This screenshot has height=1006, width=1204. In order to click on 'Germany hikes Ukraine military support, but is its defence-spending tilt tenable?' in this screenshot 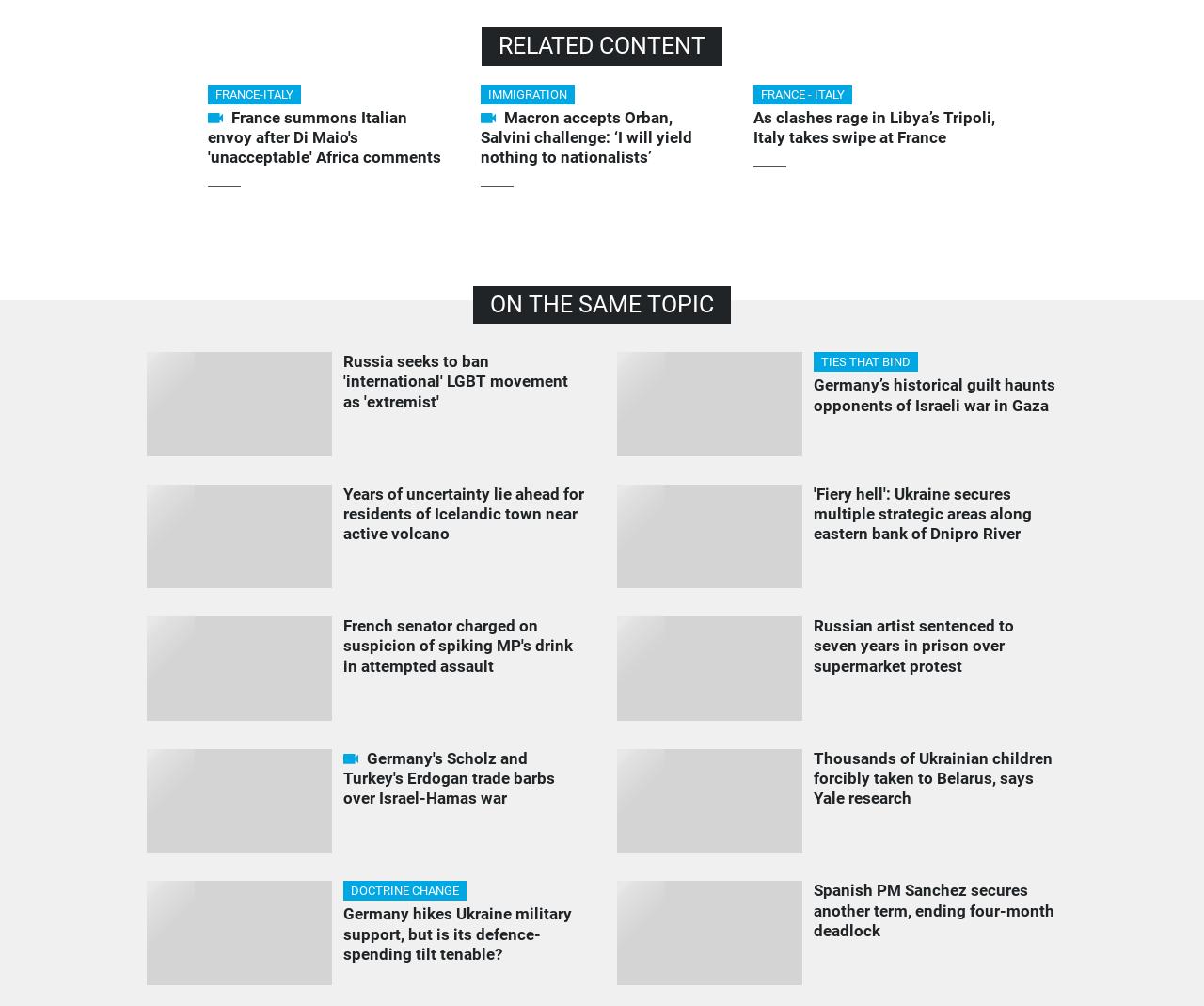, I will do `click(456, 934)`.